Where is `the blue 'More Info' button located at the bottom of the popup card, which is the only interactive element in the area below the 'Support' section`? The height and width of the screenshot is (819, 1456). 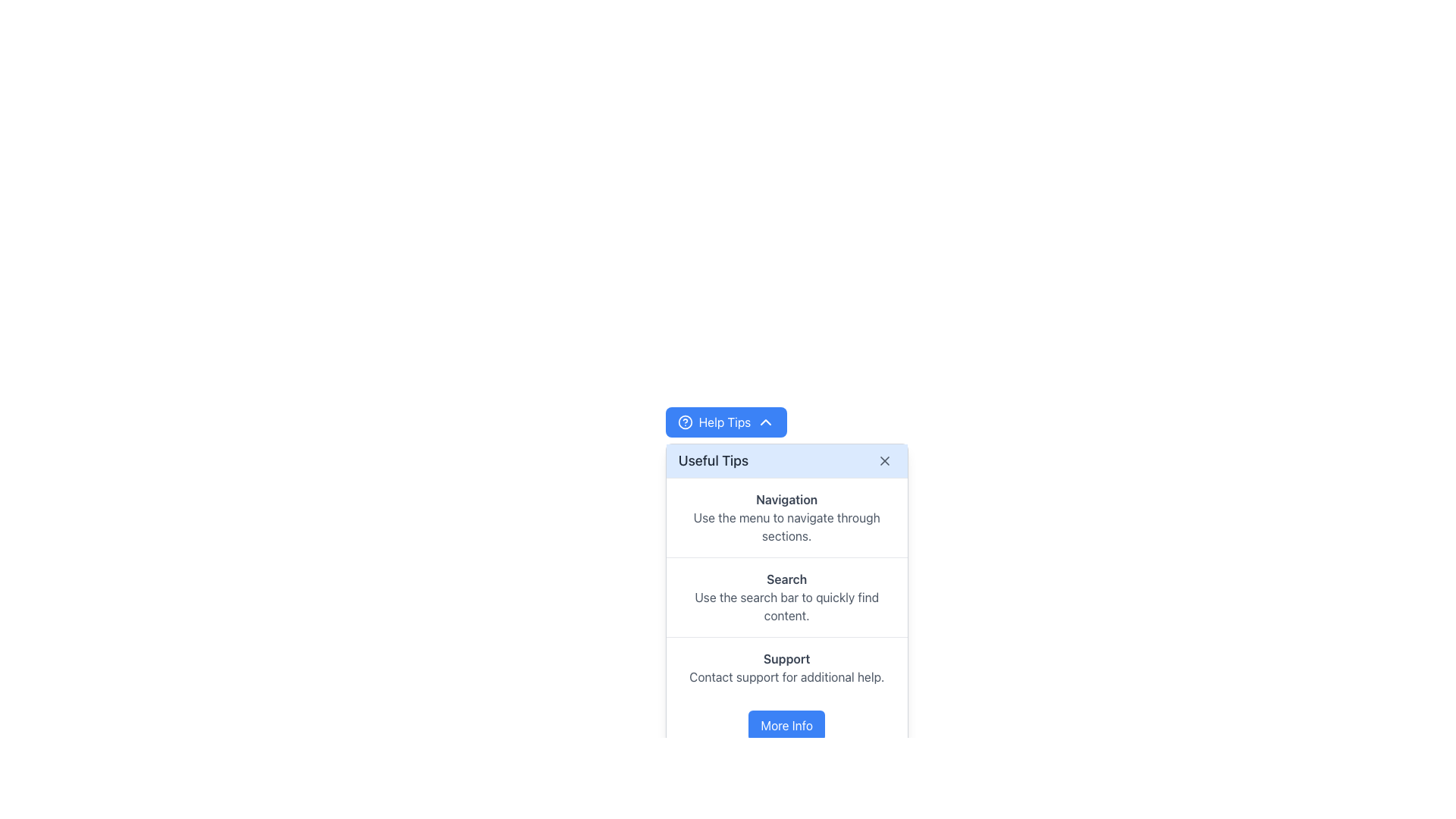 the blue 'More Info' button located at the bottom of the popup card, which is the only interactive element in the area below the 'Support' section is located at coordinates (786, 724).